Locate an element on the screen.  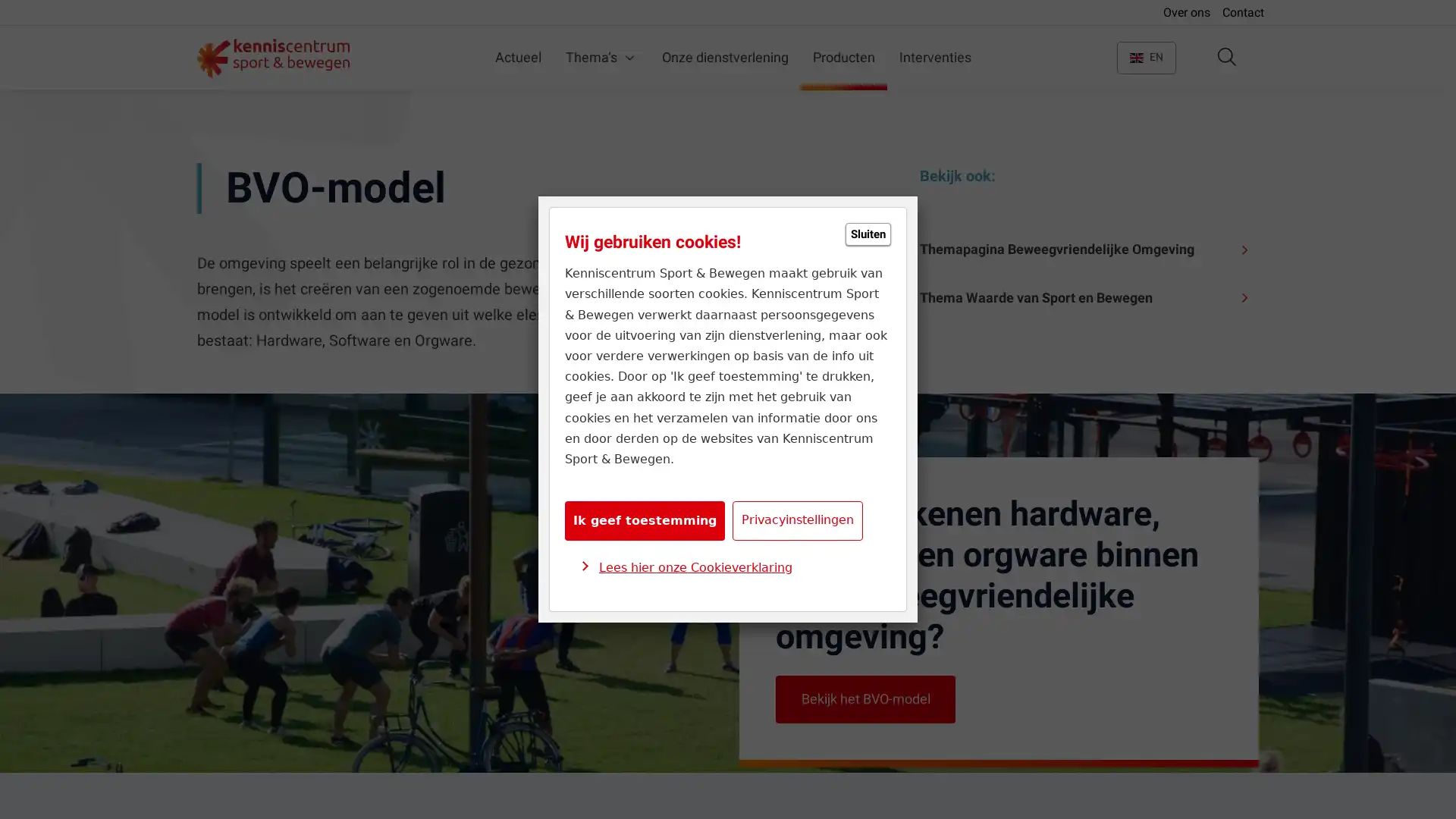
Ik geef toestemming is located at coordinates (645, 519).